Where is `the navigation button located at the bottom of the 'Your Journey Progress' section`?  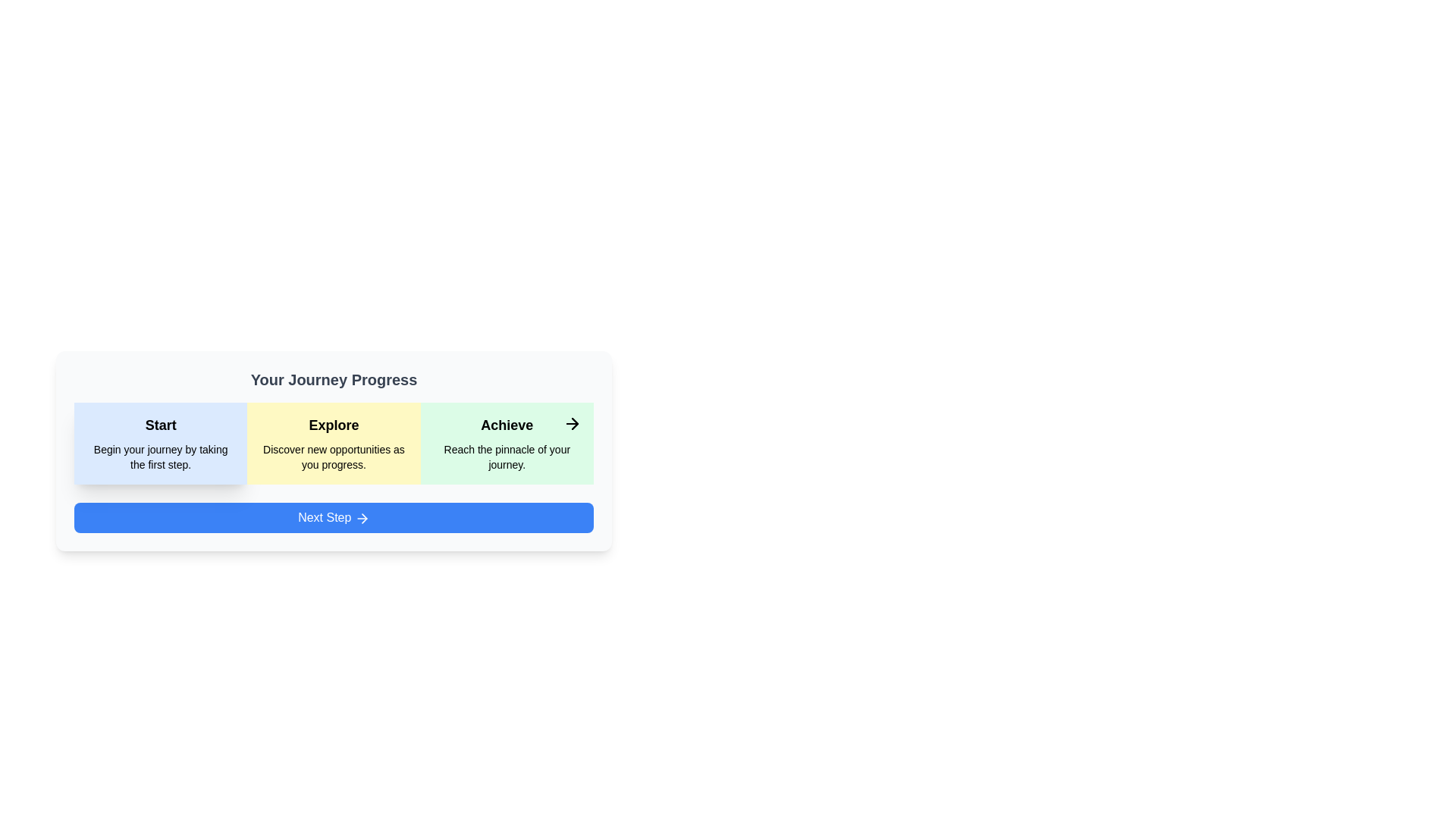
the navigation button located at the bottom of the 'Your Journey Progress' section is located at coordinates (333, 516).